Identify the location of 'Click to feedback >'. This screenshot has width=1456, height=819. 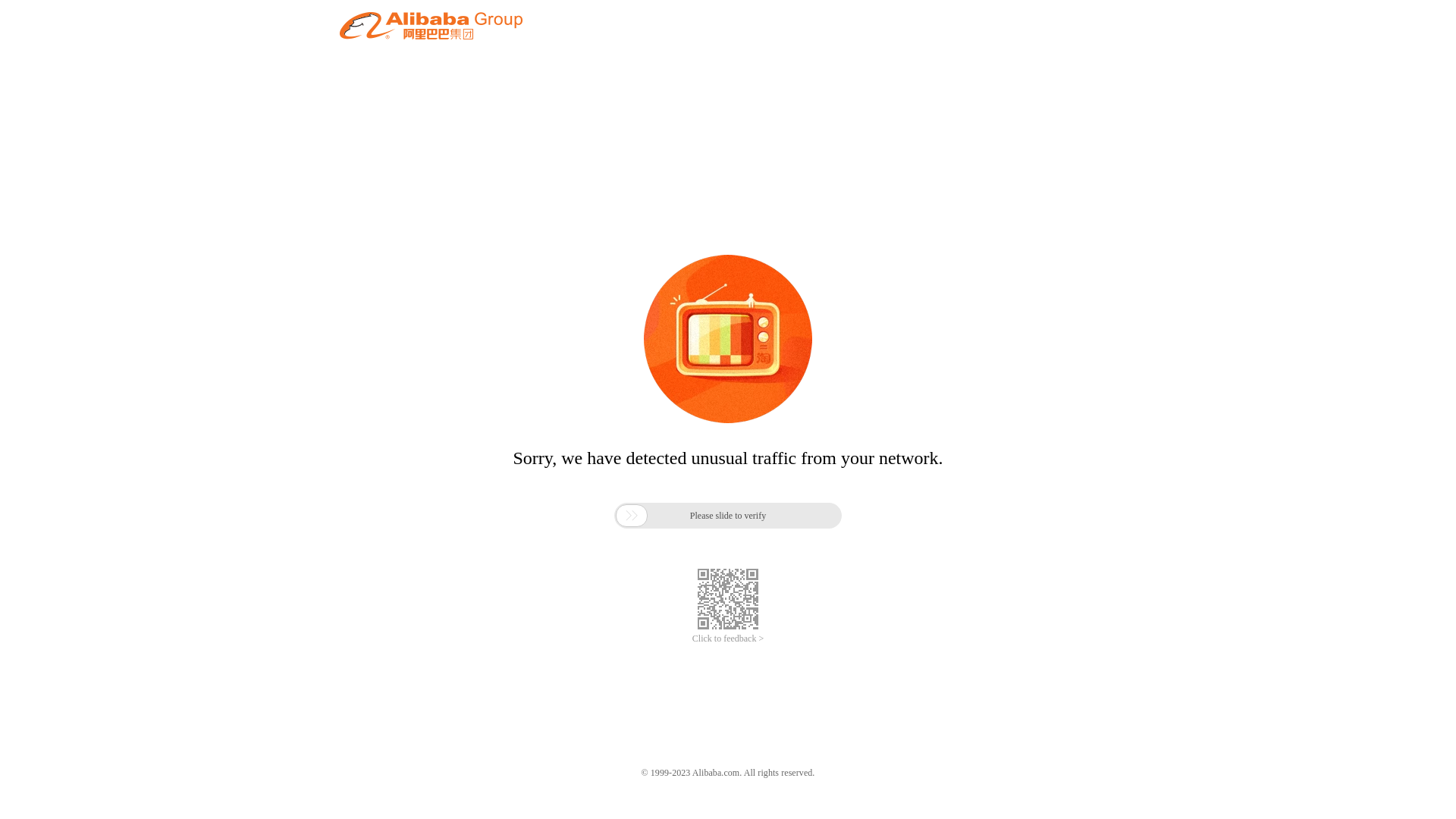
(728, 639).